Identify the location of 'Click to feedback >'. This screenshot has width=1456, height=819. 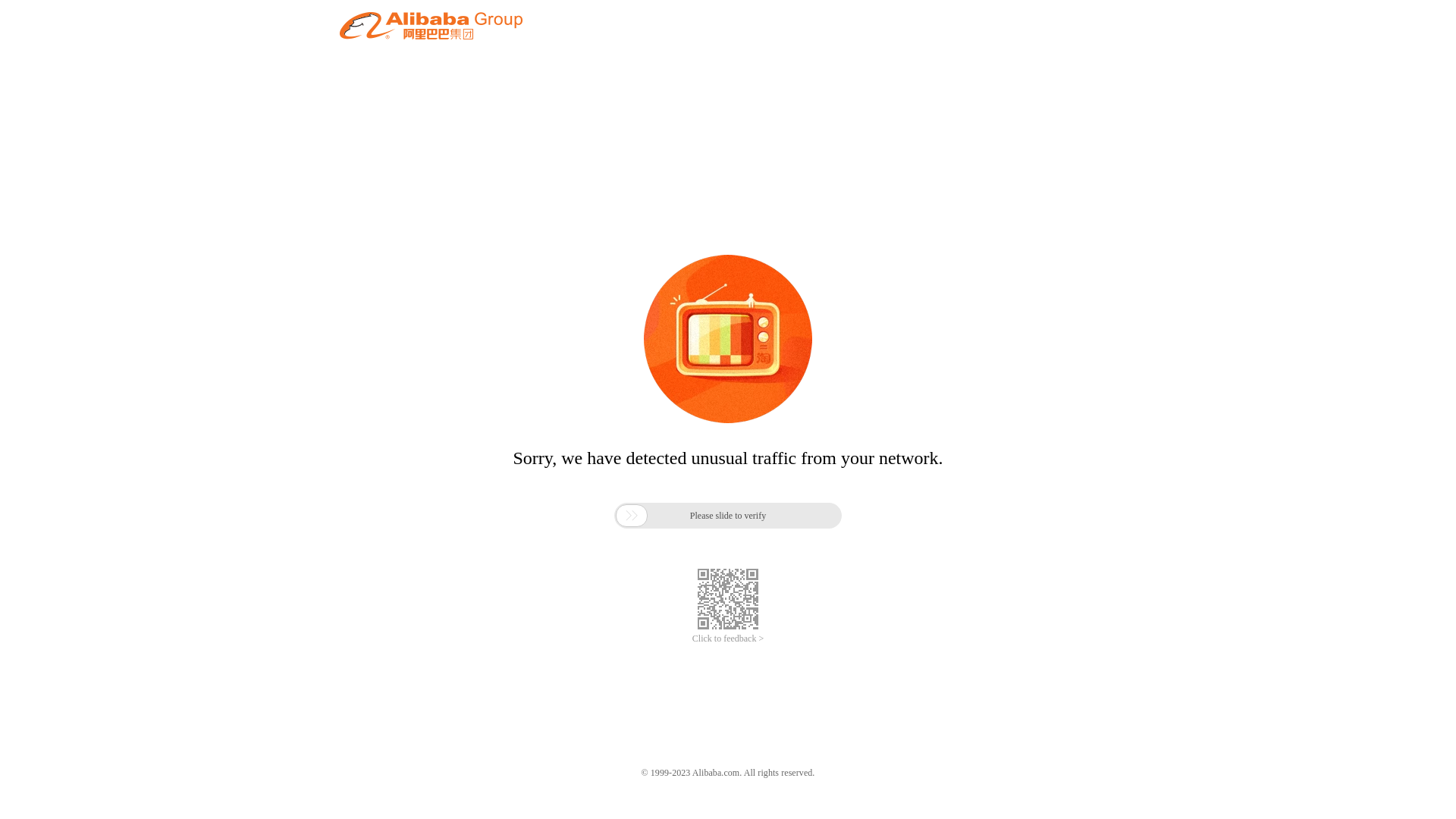
(728, 639).